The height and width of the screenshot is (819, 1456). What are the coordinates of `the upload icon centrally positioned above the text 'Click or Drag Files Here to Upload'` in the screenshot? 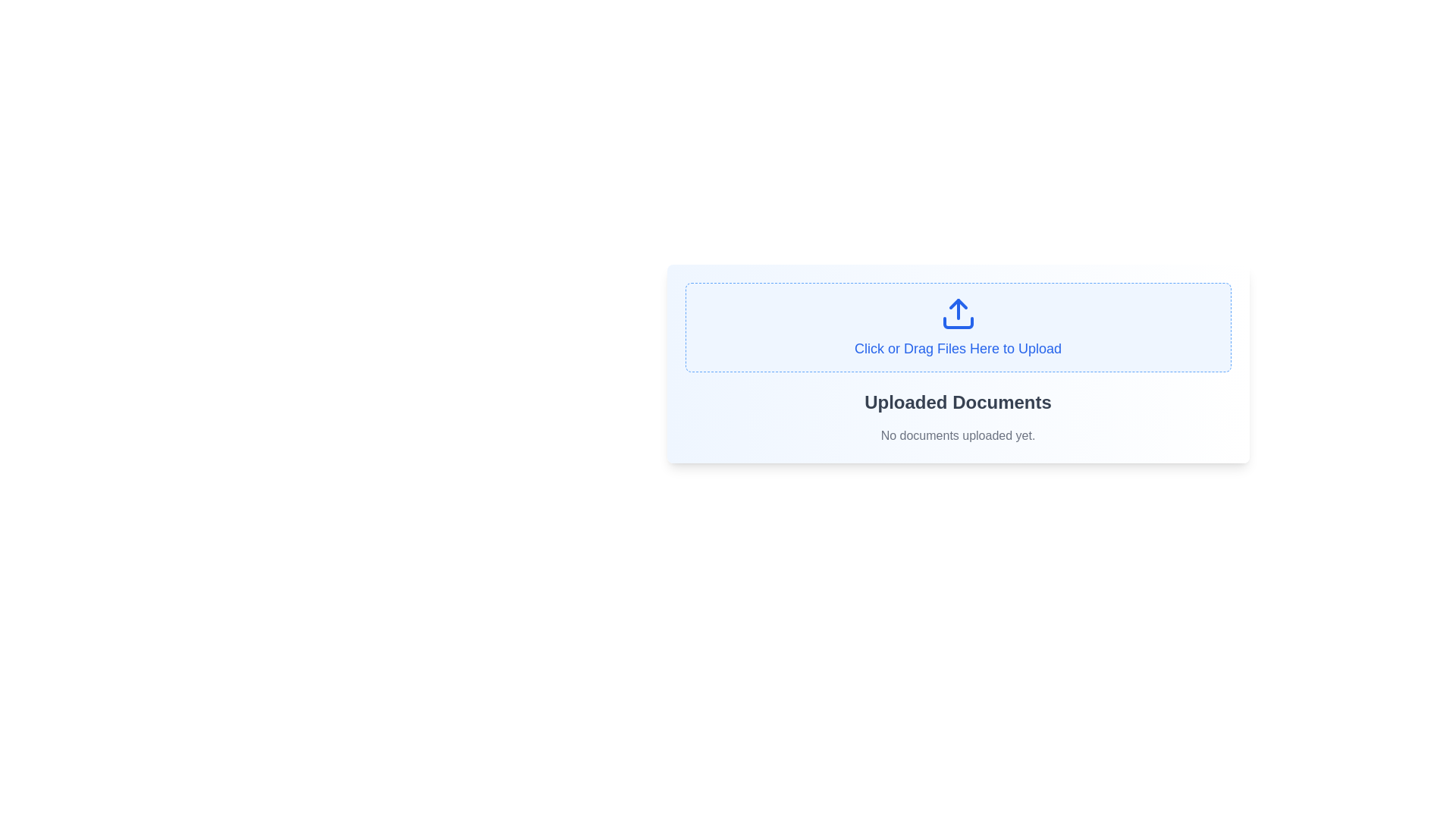 It's located at (957, 312).